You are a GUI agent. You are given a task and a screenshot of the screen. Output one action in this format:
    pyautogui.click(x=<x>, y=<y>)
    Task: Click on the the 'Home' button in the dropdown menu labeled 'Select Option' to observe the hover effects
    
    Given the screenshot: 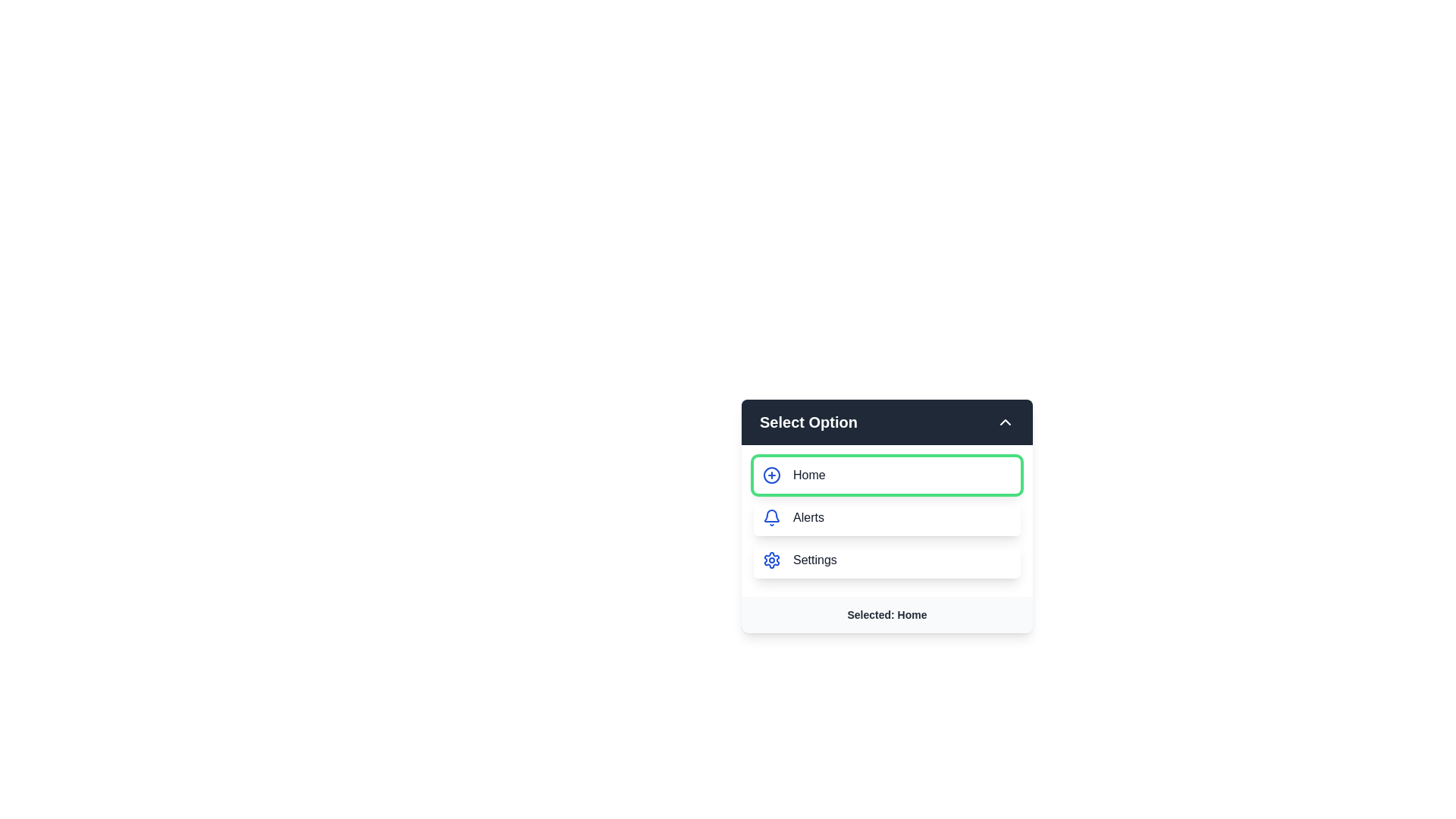 What is the action you would take?
    pyautogui.click(x=887, y=475)
    